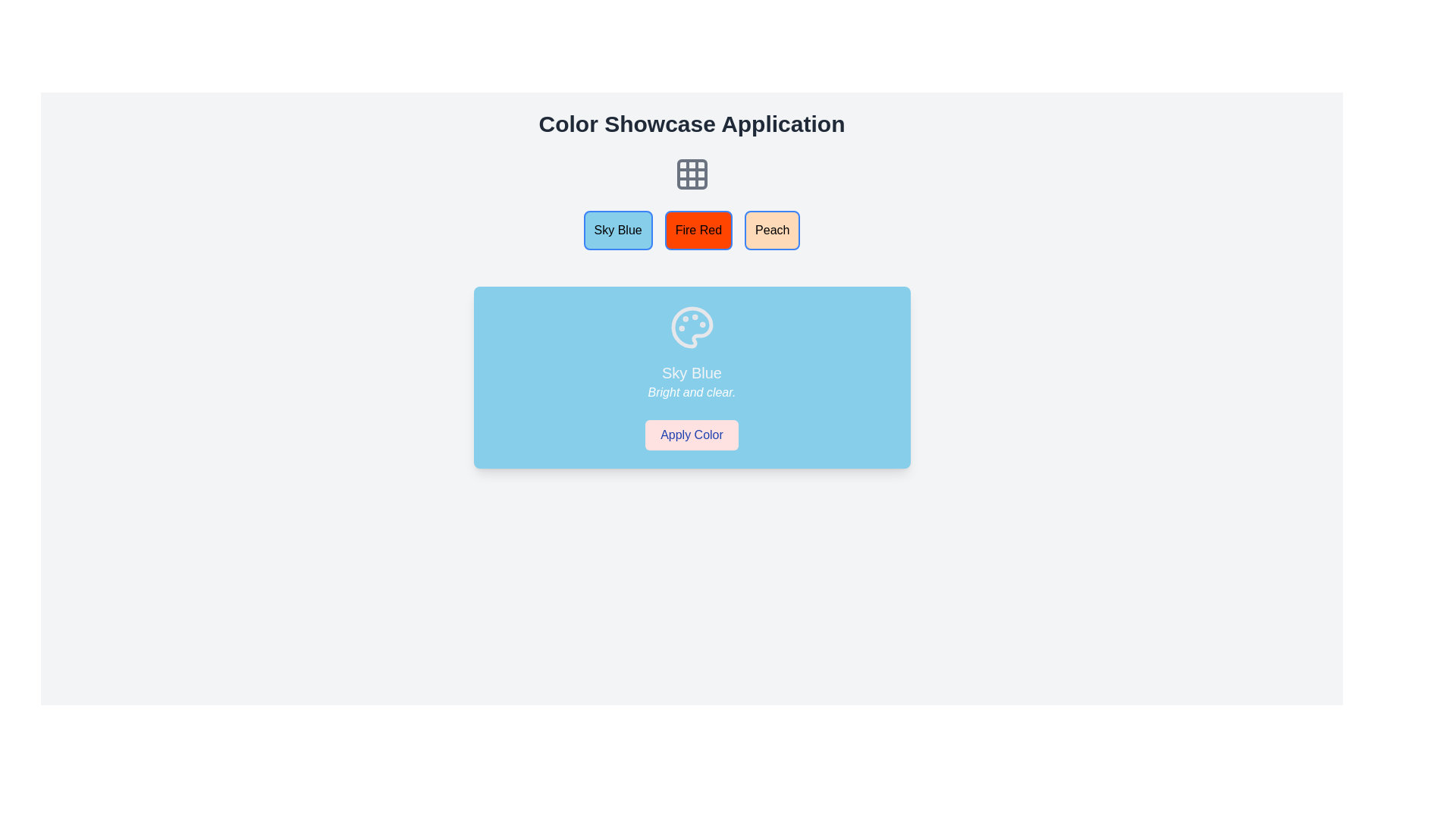 The width and height of the screenshot is (1456, 819). Describe the element at coordinates (691, 327) in the screenshot. I see `the paint palette SVG graphic icon located in the center of a light blue card, which is positioned below a set of color buttons in the application interface` at that location.